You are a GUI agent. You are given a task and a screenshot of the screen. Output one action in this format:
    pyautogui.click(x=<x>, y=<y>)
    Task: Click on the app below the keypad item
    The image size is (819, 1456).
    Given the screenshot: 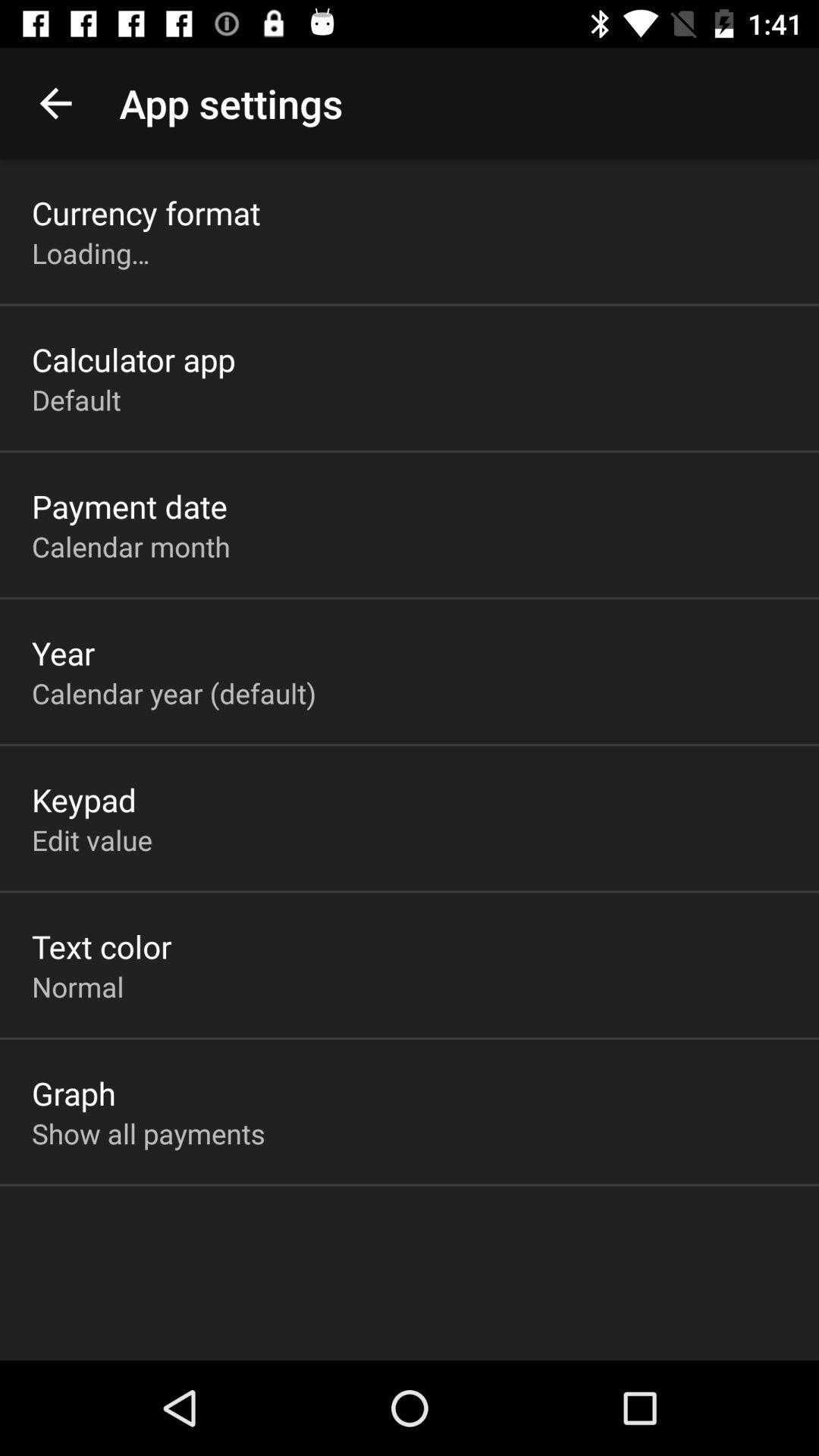 What is the action you would take?
    pyautogui.click(x=92, y=839)
    